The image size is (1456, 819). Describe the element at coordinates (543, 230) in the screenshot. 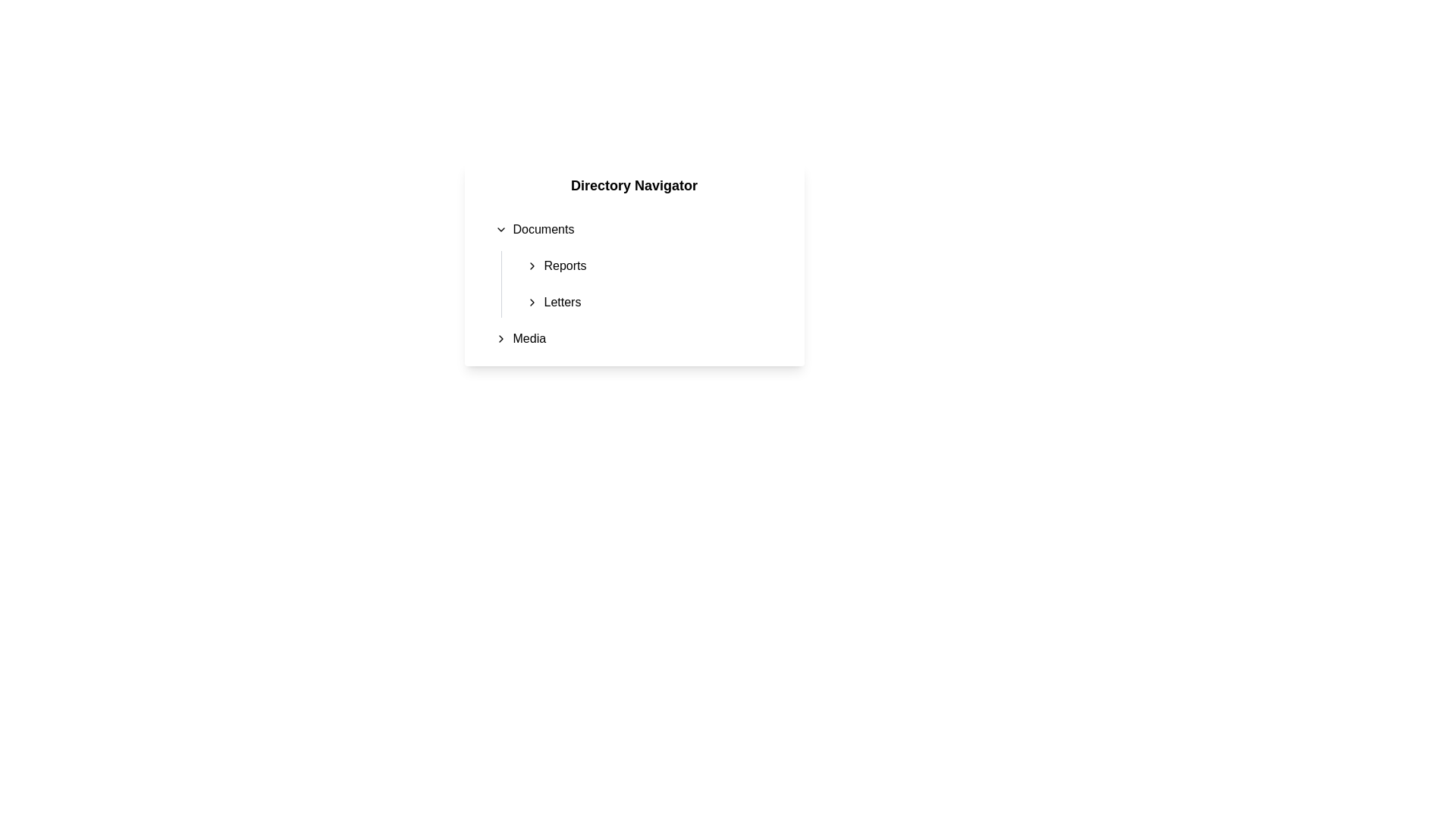

I see `the text label displaying 'Documents' located near the top-left area of the central content block` at that location.